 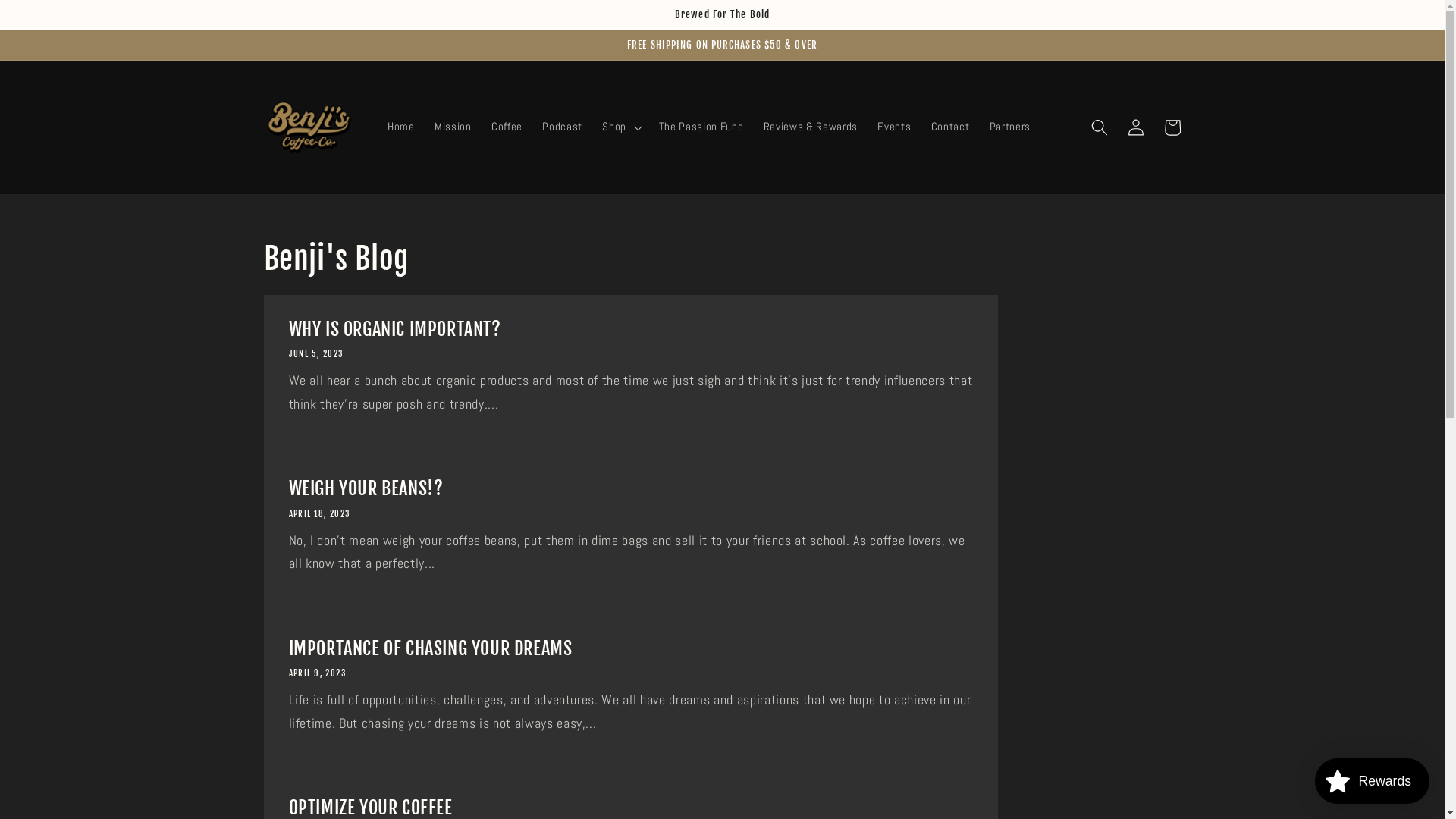 What do you see at coordinates (949, 127) in the screenshot?
I see `'Contact'` at bounding box center [949, 127].